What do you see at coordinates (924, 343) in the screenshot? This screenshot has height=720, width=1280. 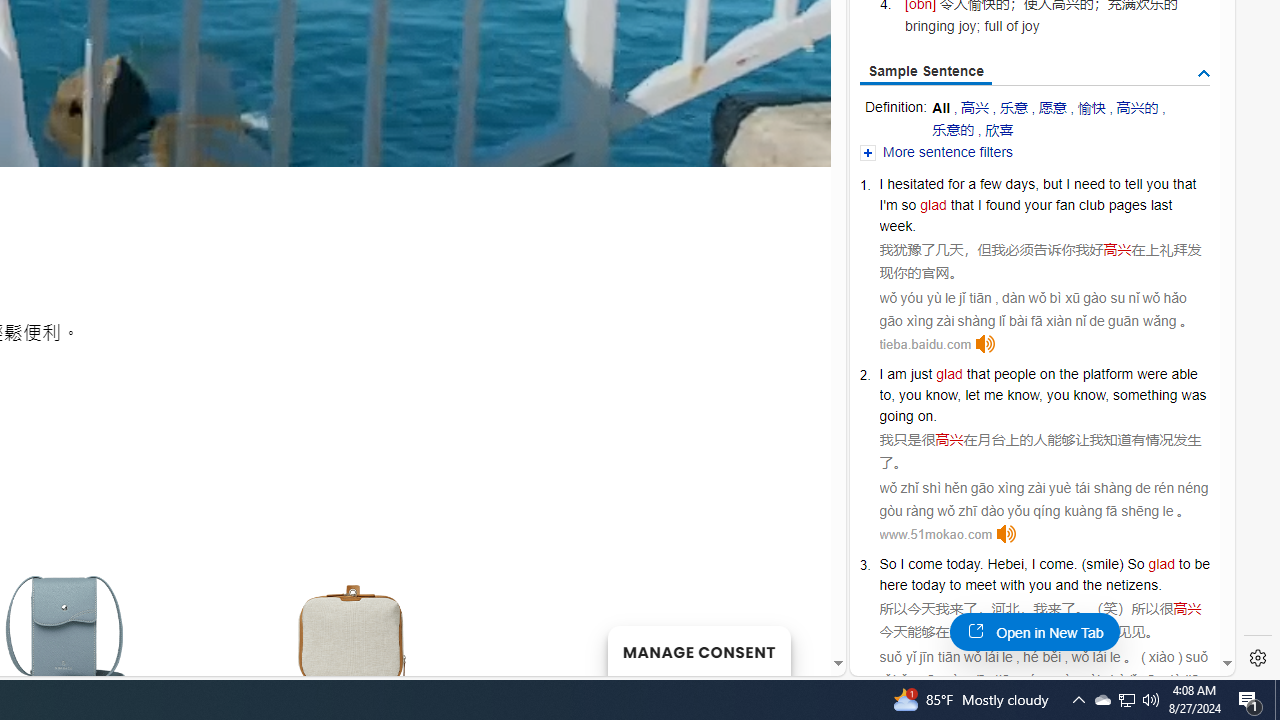 I see `'tieba.baidu.com'` at bounding box center [924, 343].